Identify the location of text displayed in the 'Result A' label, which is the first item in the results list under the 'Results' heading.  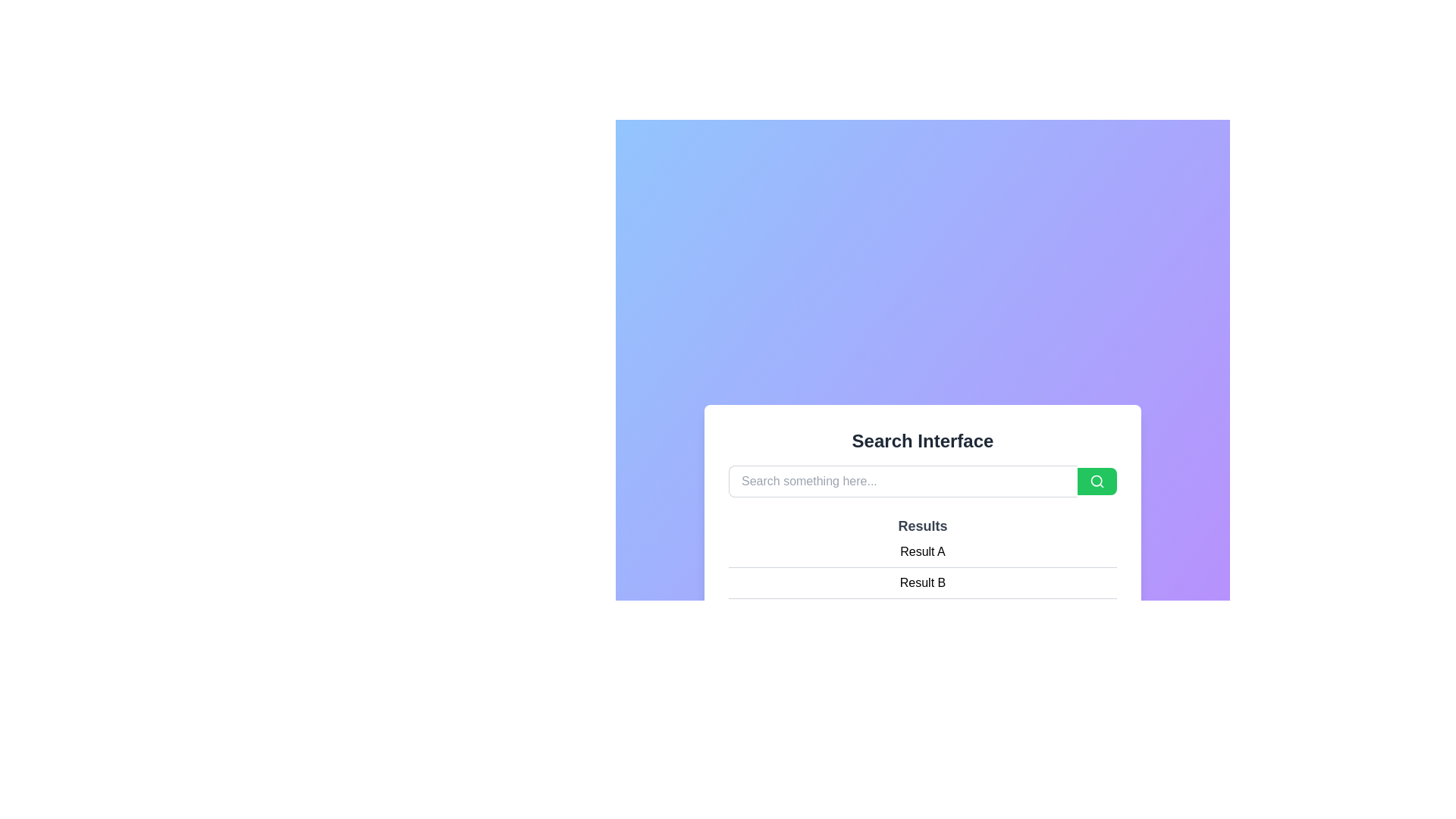
(922, 552).